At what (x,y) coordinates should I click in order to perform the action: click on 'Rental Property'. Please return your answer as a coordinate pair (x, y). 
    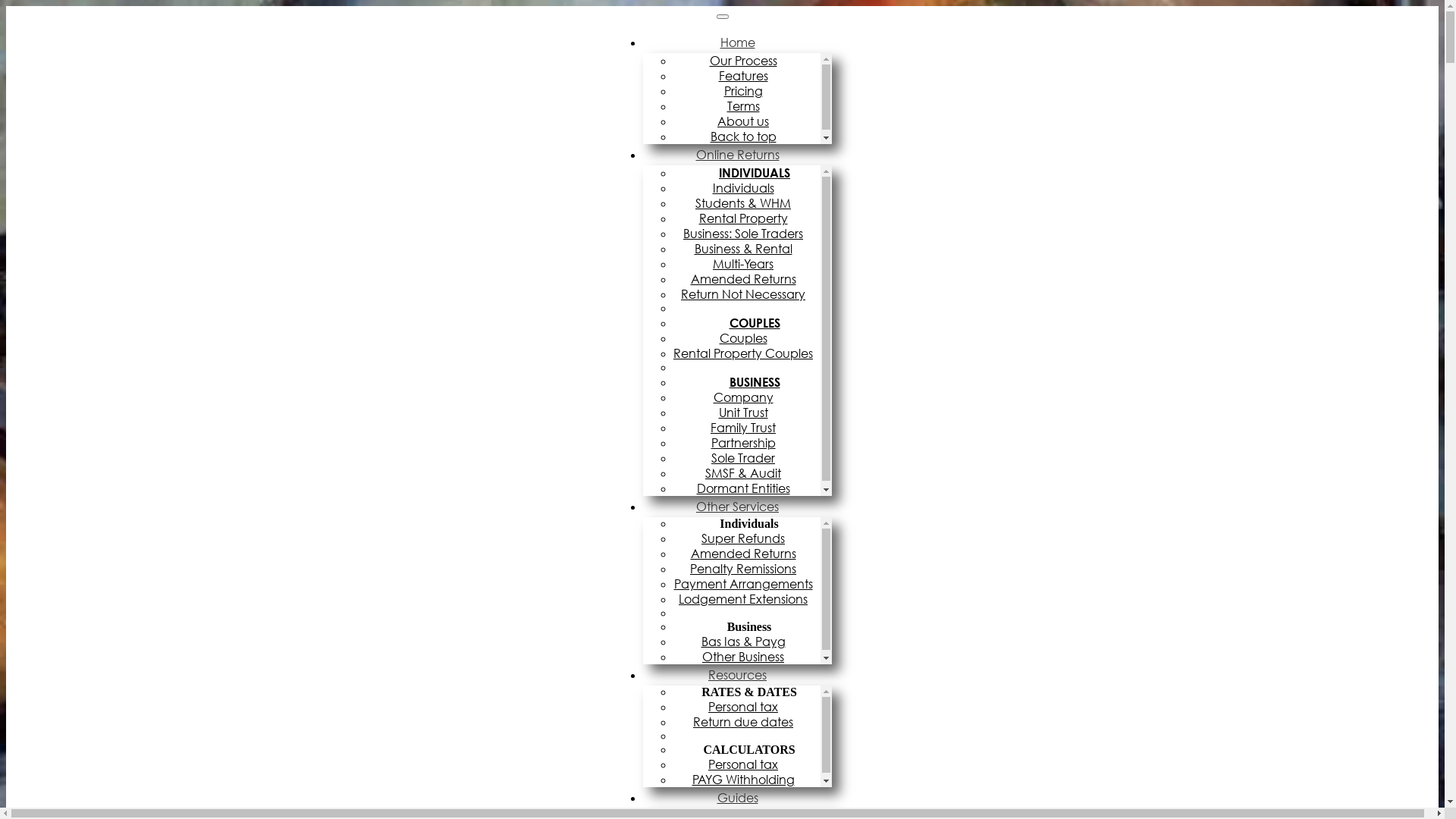
    Looking at the image, I should click on (747, 218).